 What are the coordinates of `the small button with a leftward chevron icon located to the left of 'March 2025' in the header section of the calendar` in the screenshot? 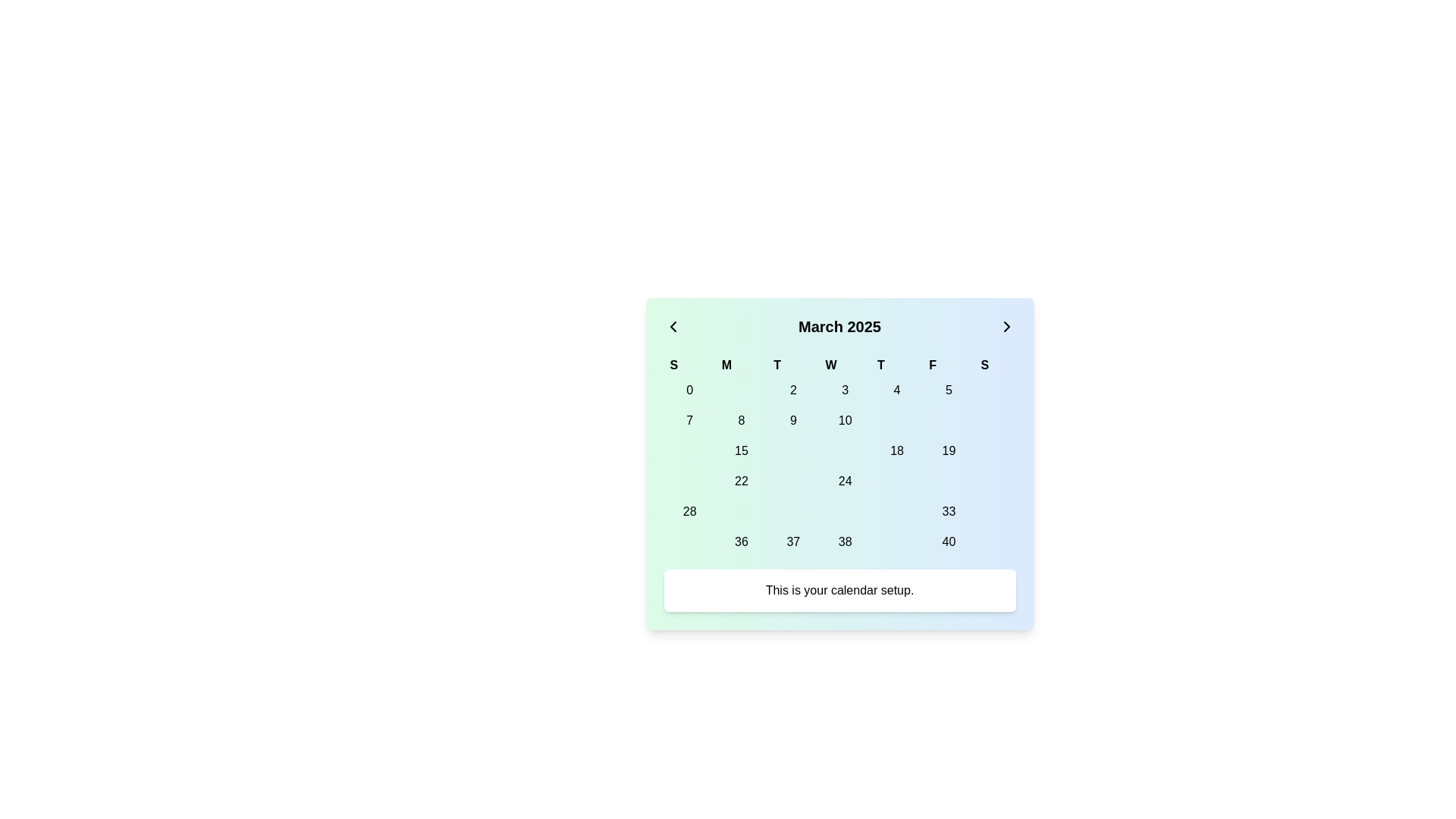 It's located at (672, 326).